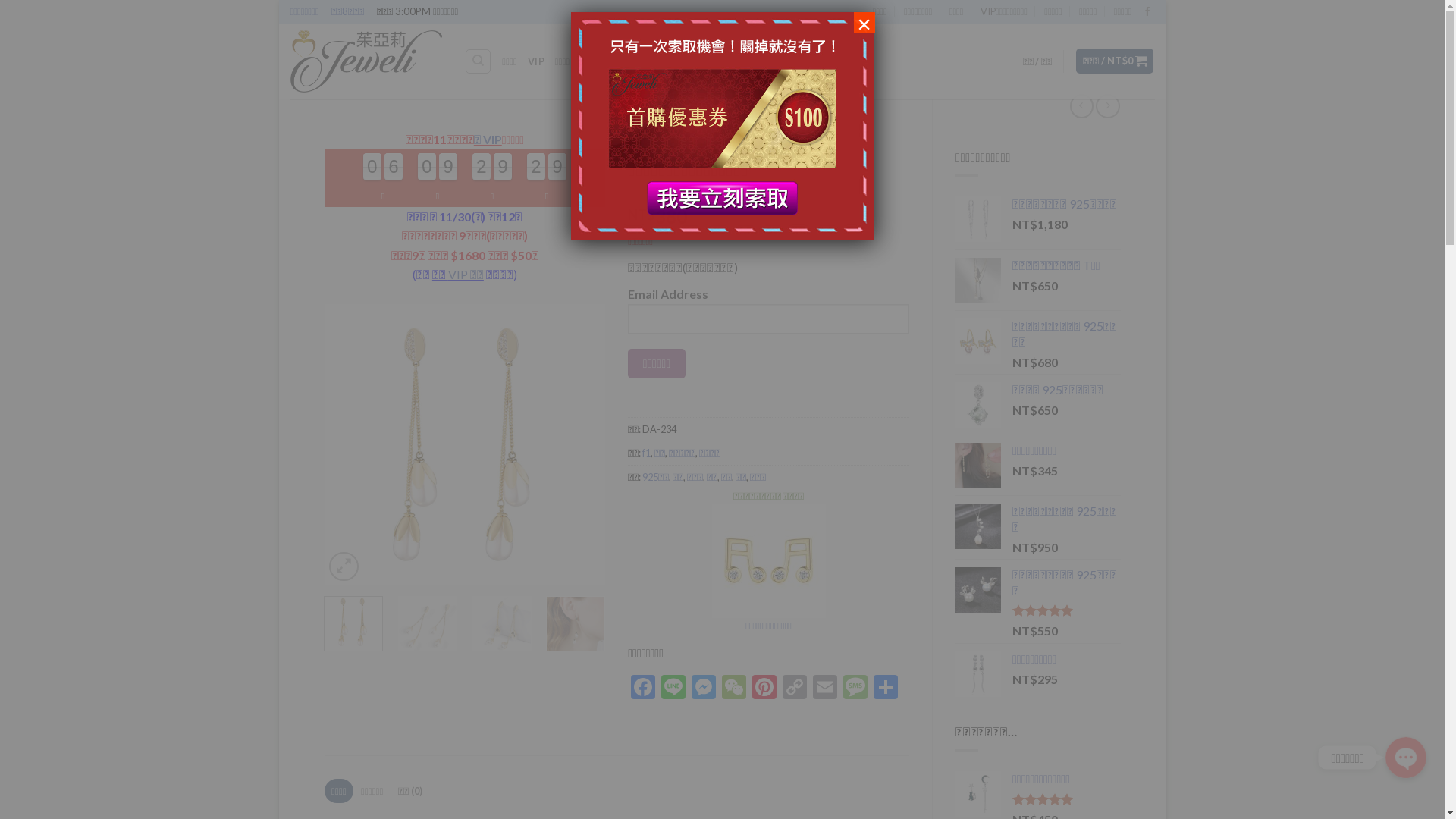  I want to click on 'Facebook', so click(643, 688).